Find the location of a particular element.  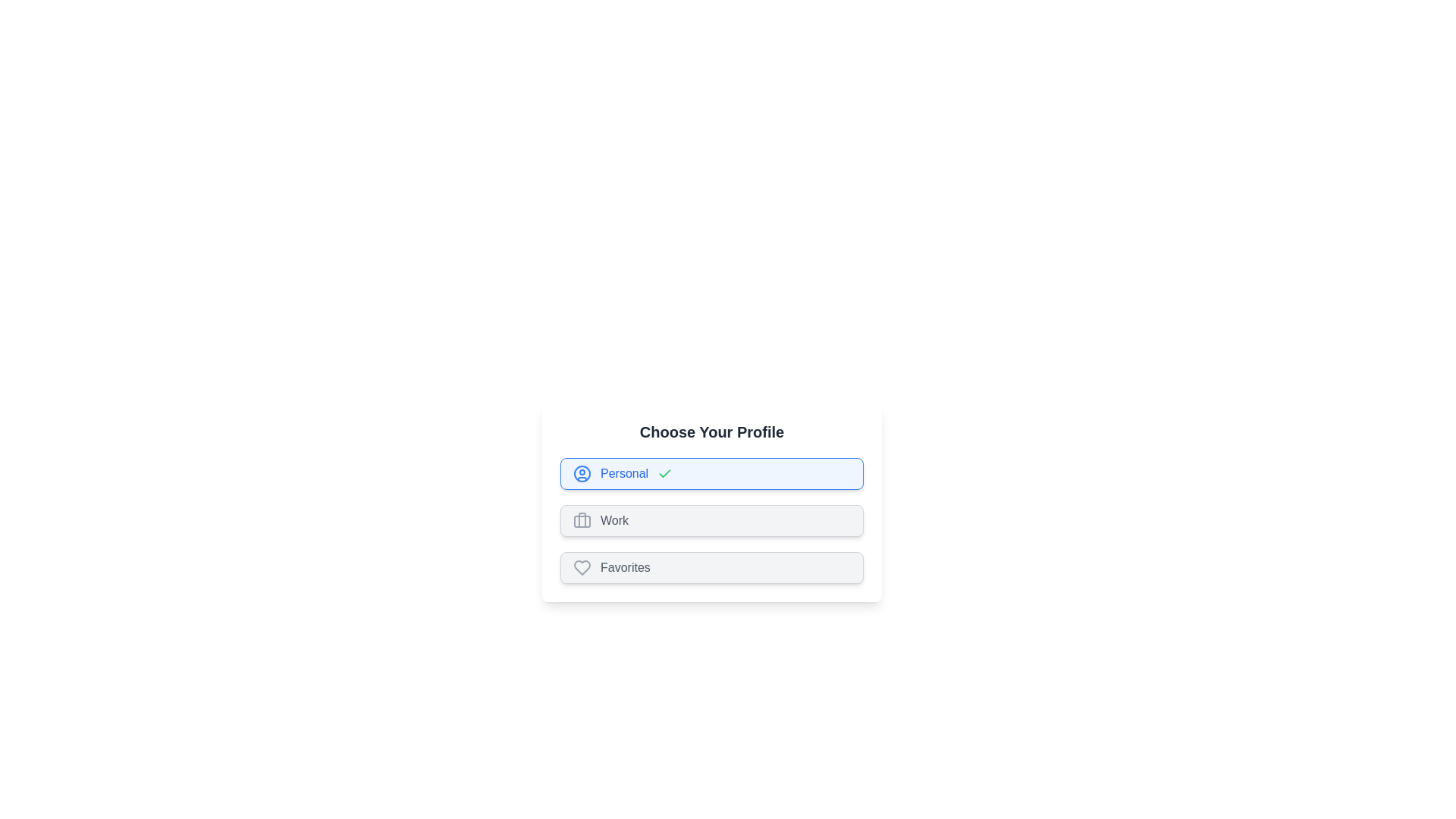

the profile chip labeled Work is located at coordinates (711, 519).